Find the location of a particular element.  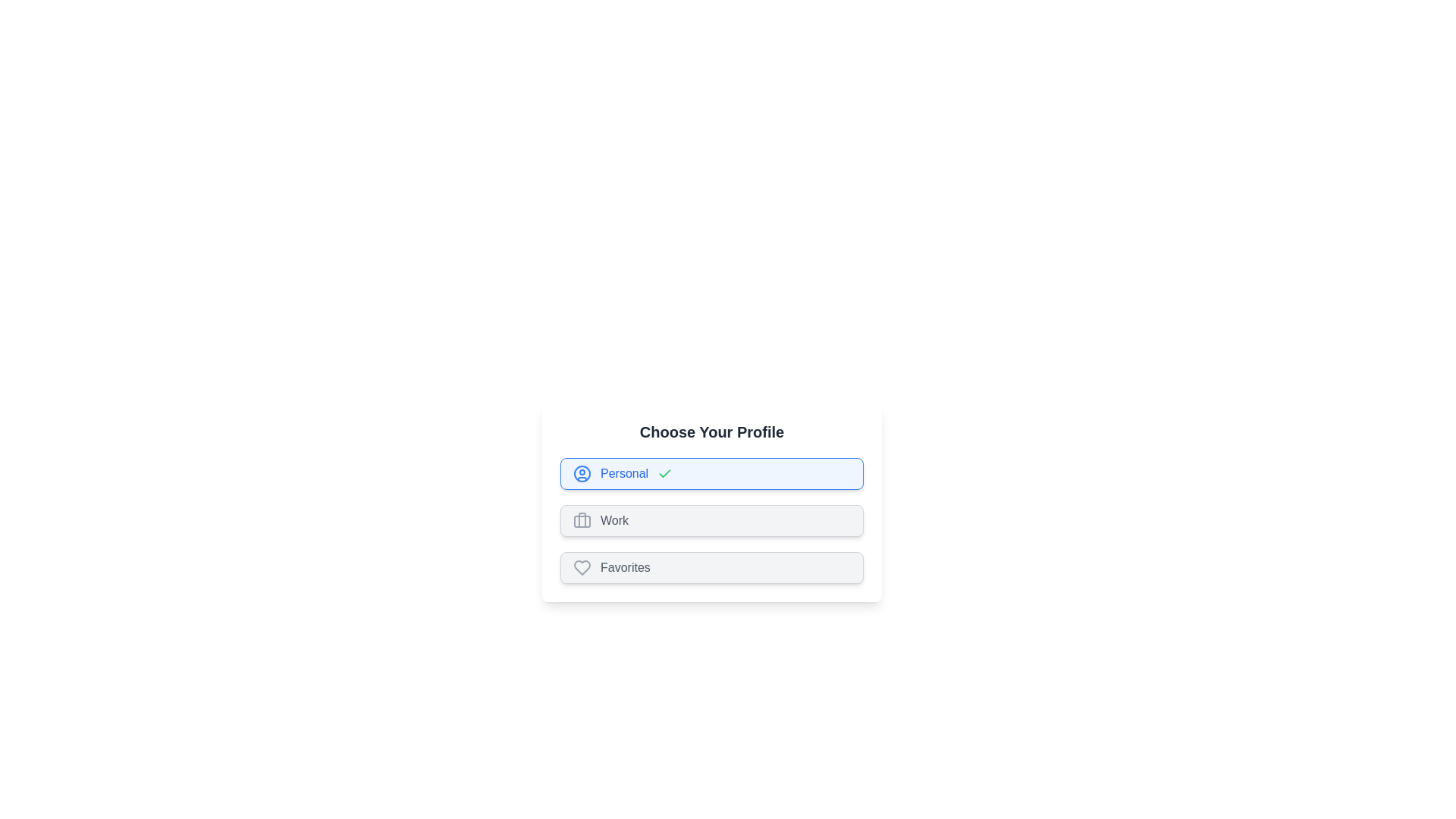

the profile chip labeled Work is located at coordinates (711, 519).